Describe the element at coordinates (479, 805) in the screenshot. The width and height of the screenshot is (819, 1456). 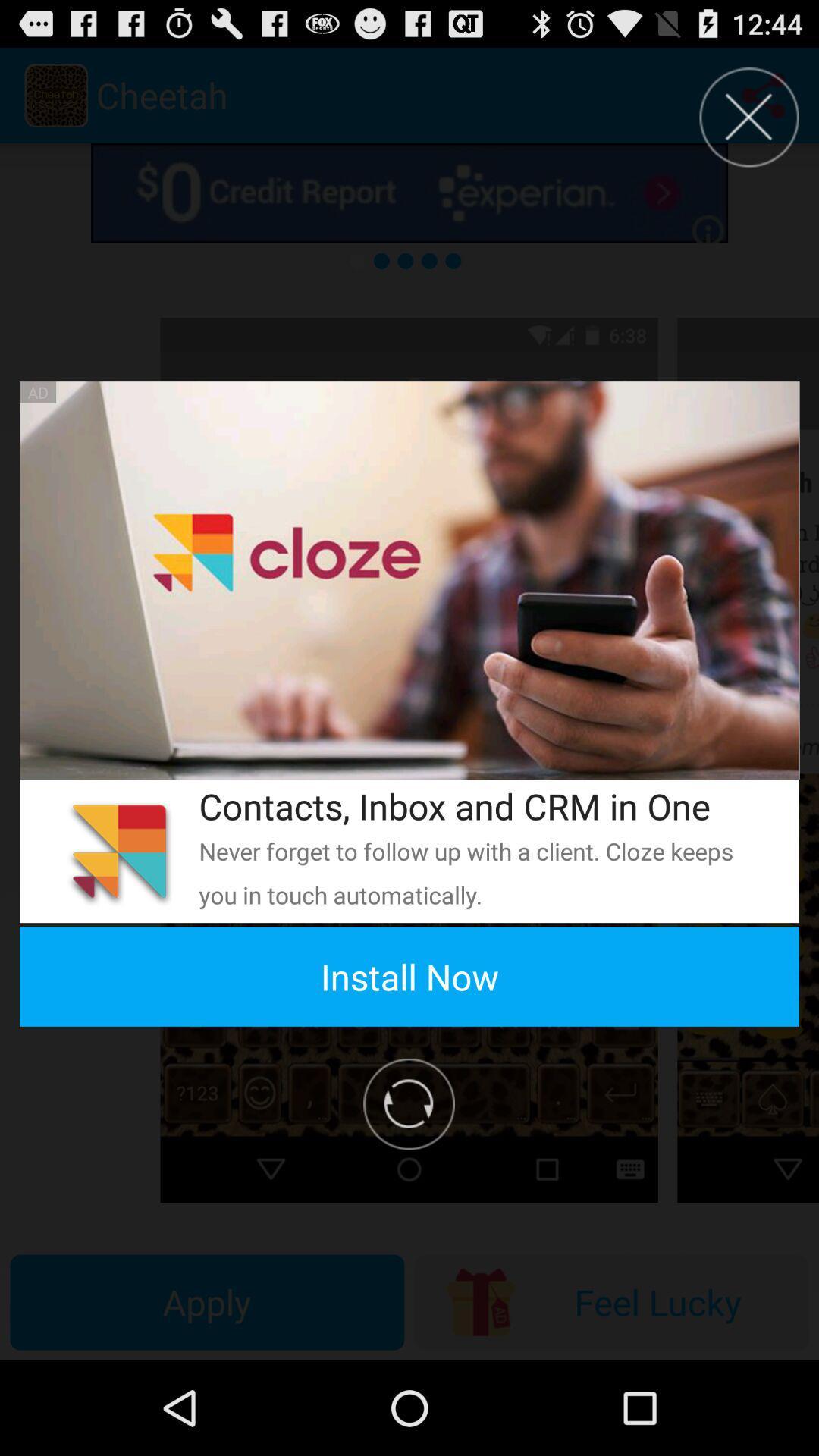
I see `contacts inbox and app` at that location.